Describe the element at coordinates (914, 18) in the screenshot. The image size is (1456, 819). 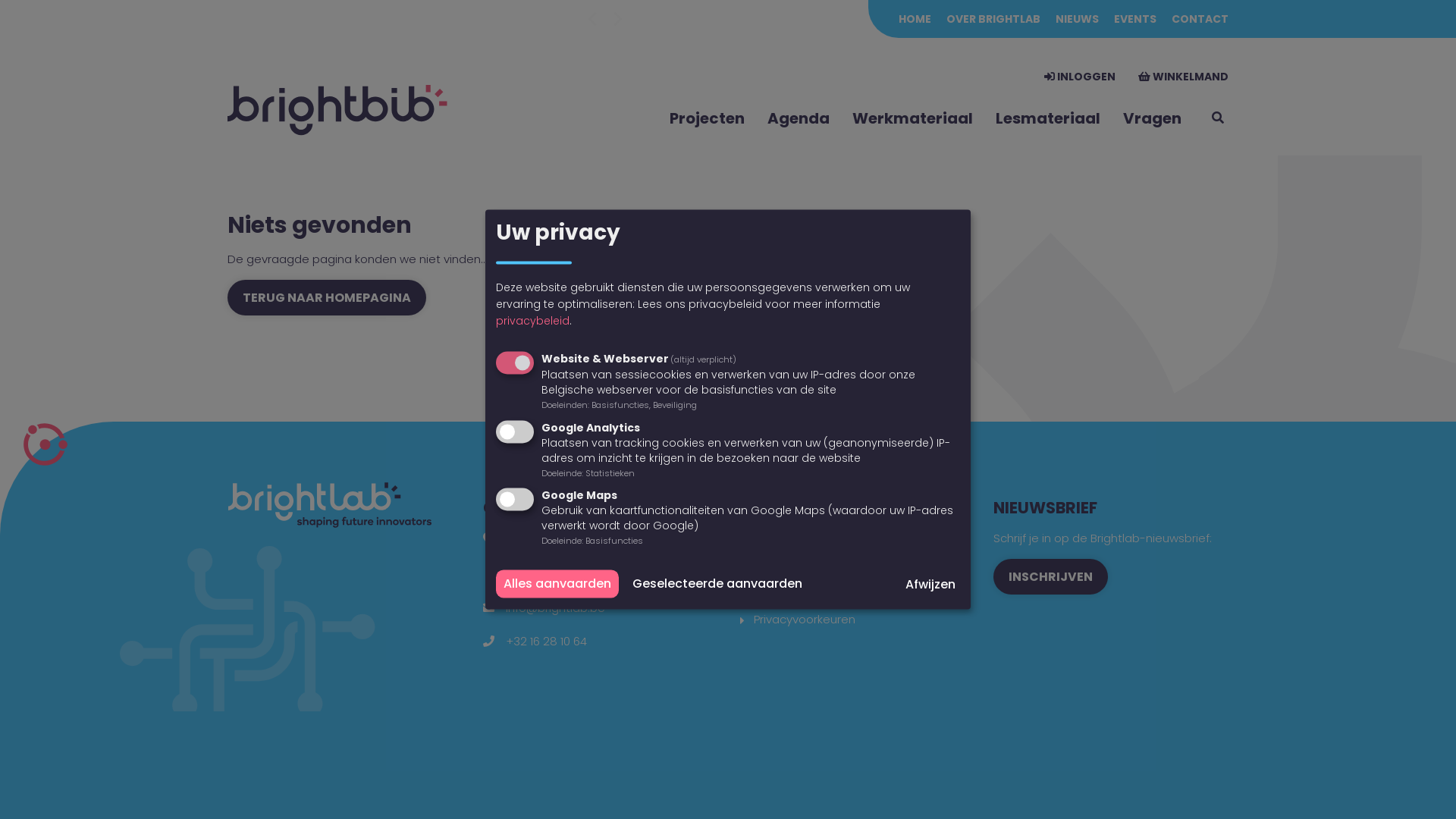
I see `'HOME'` at that location.